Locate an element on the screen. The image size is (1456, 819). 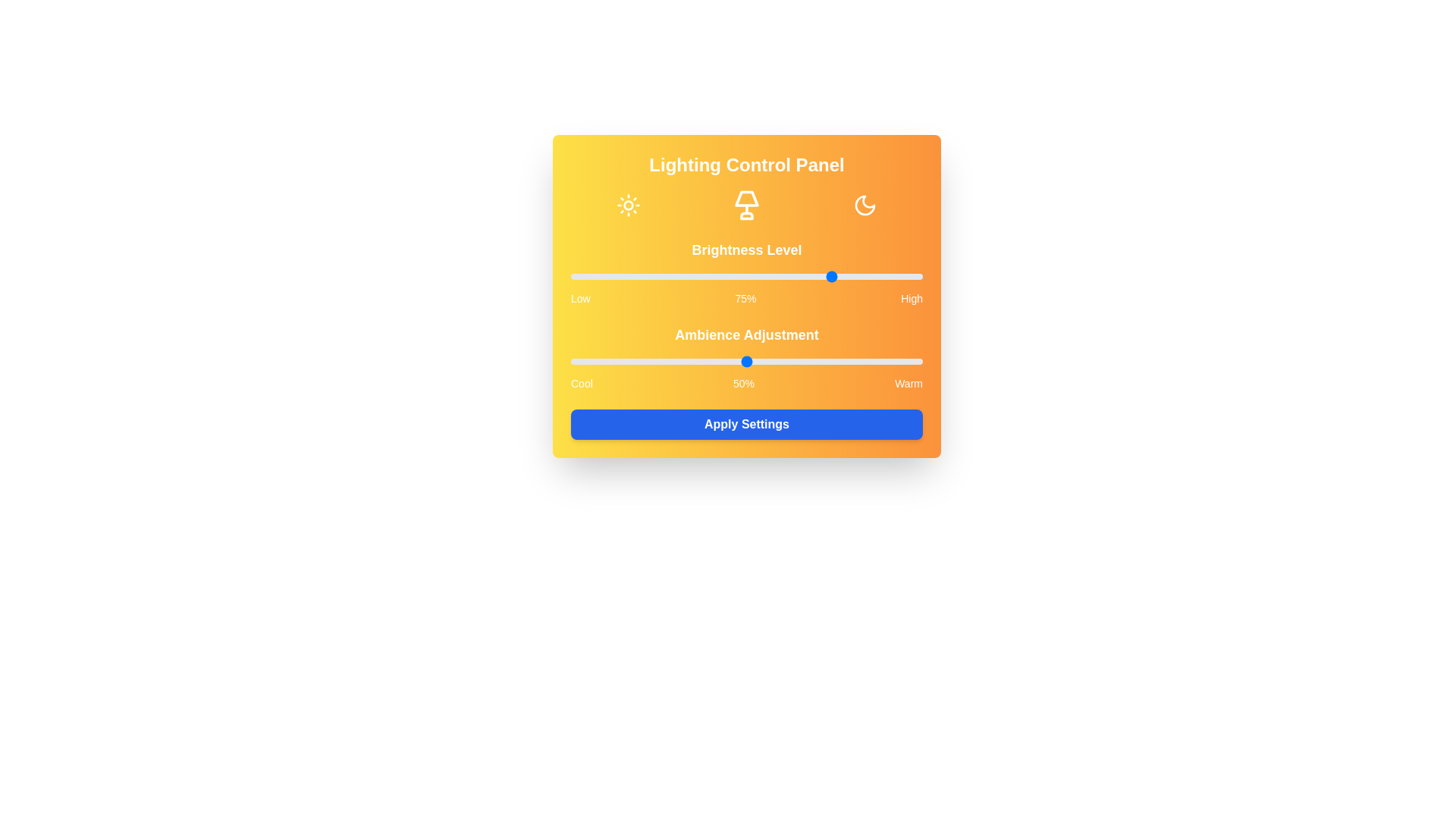
the ambiance level to 79% by adjusting the slider is located at coordinates (848, 362).